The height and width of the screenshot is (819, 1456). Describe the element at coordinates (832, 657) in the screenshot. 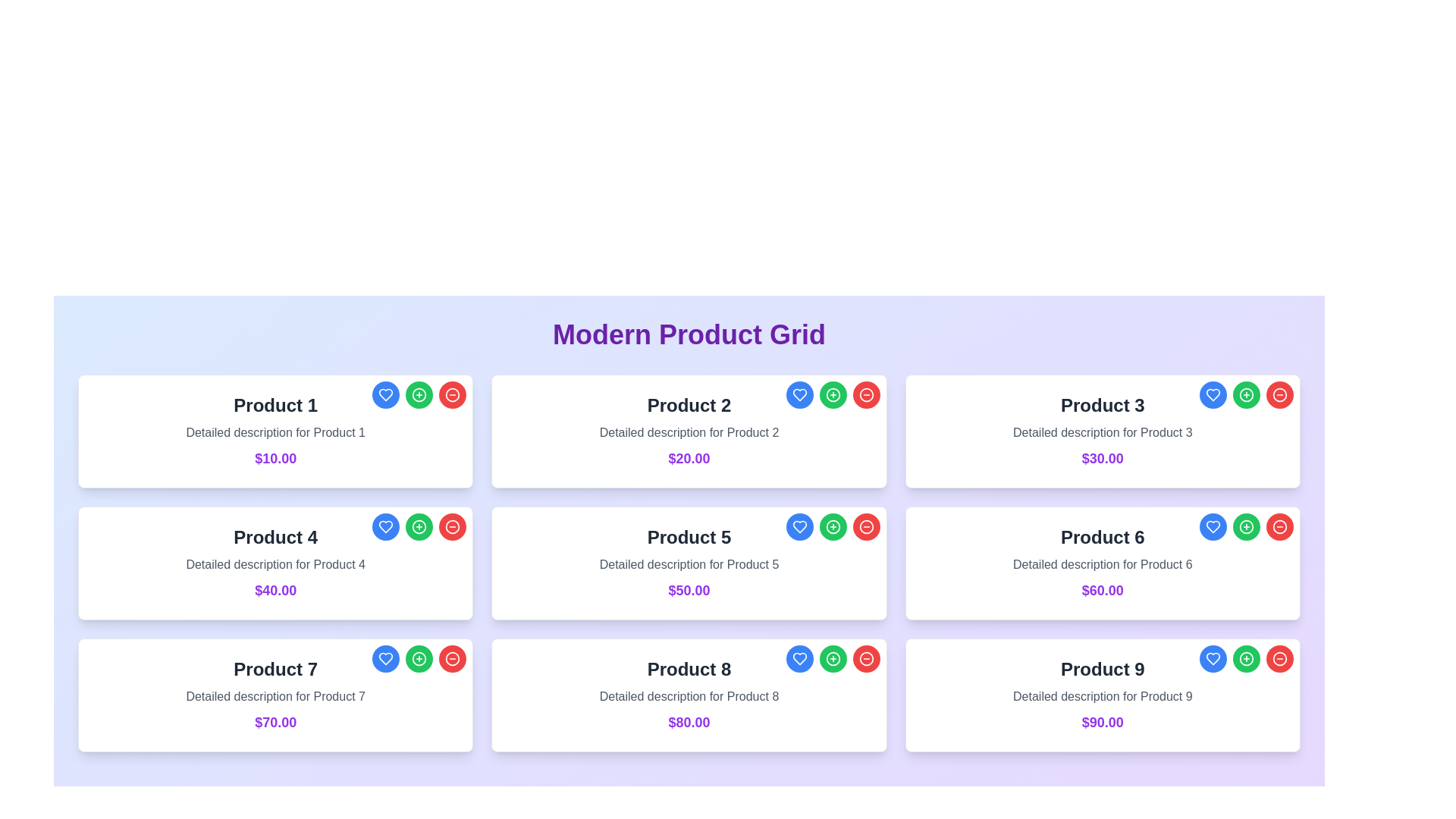

I see `the 'Add' button located in the top-right corner of the product card labeled 'Product 8'` at that location.